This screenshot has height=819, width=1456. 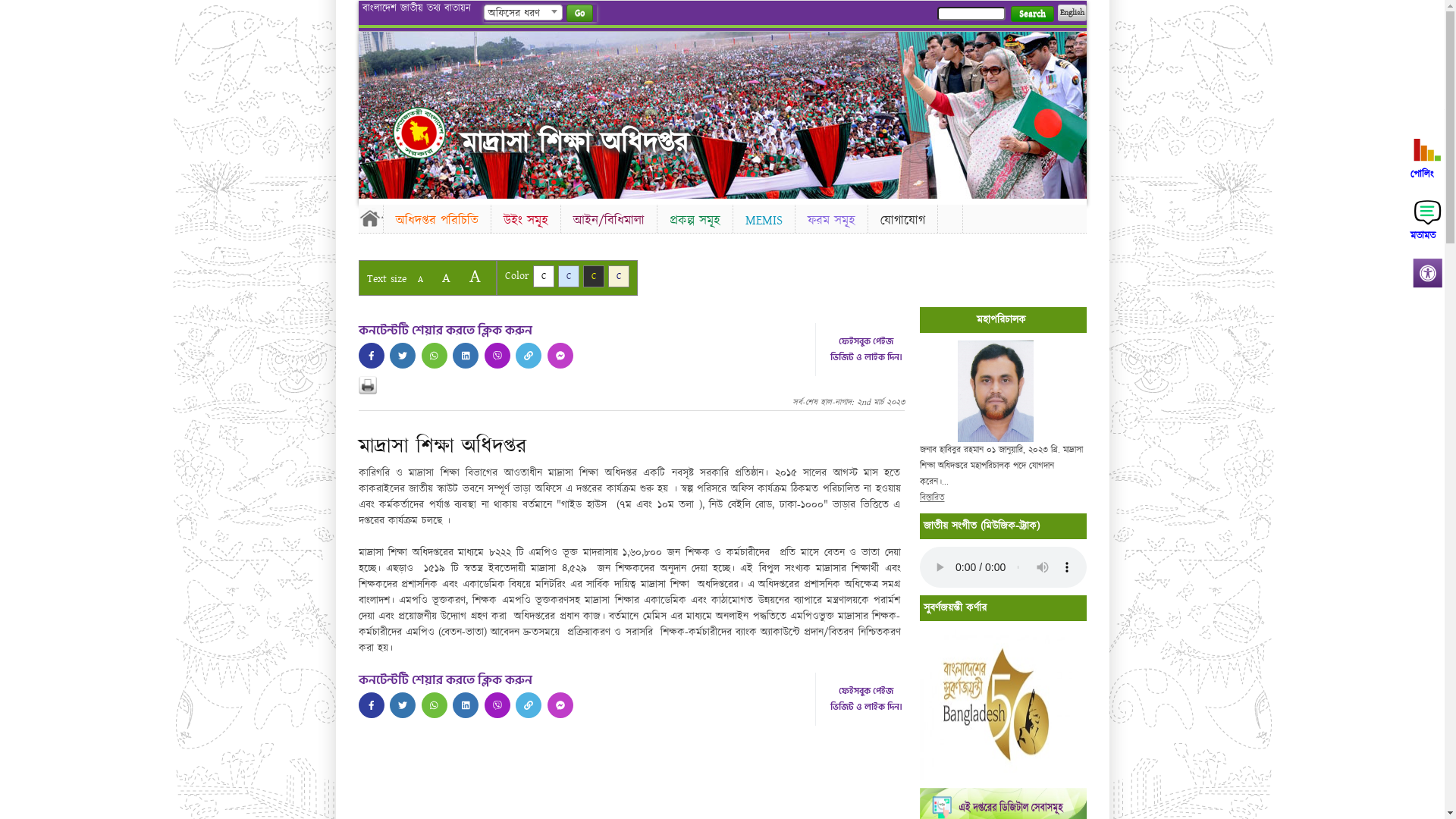 What do you see at coordinates (419, 279) in the screenshot?
I see `'A'` at bounding box center [419, 279].